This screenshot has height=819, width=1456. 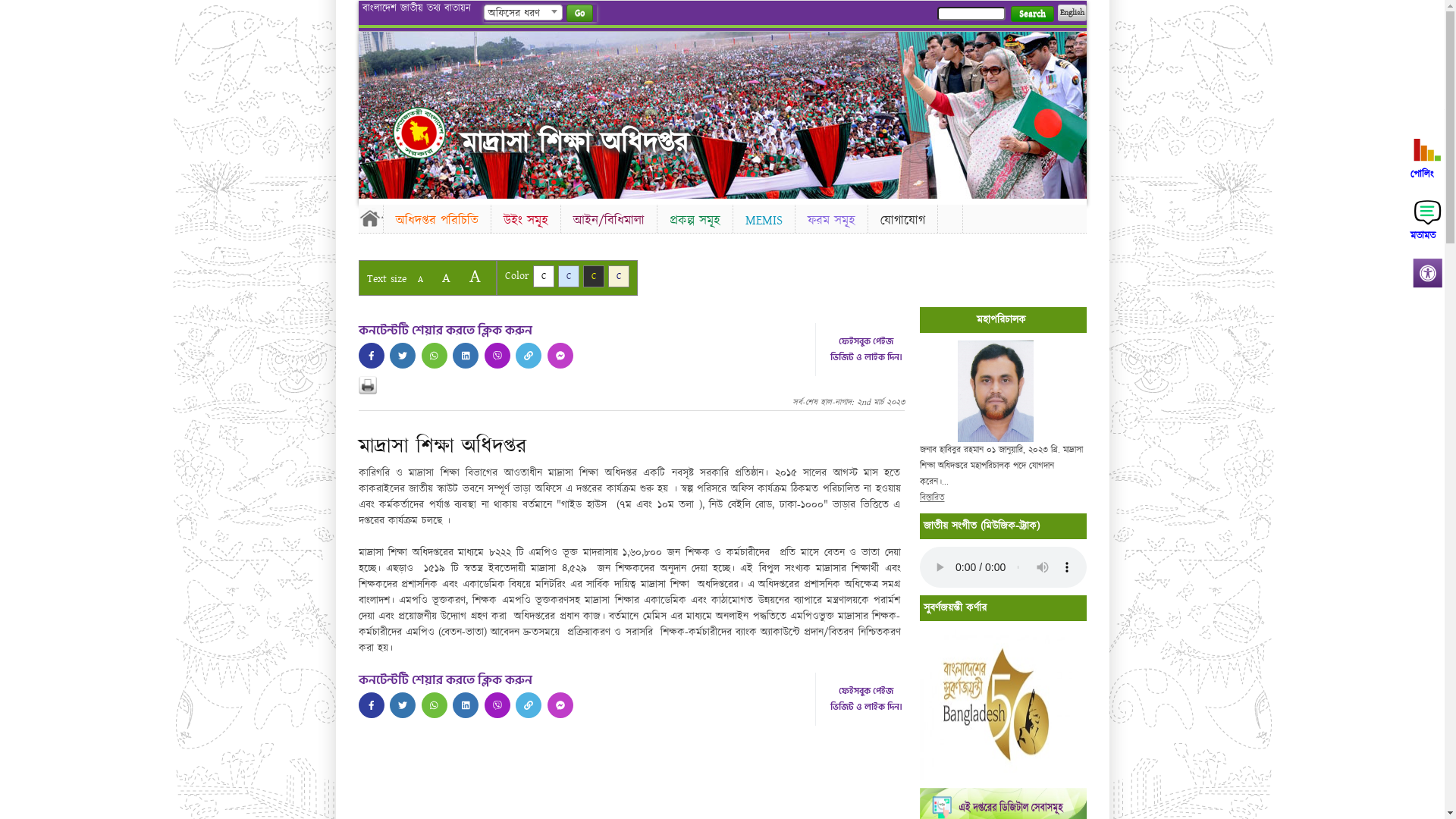 What do you see at coordinates (419, 279) in the screenshot?
I see `'A'` at bounding box center [419, 279].